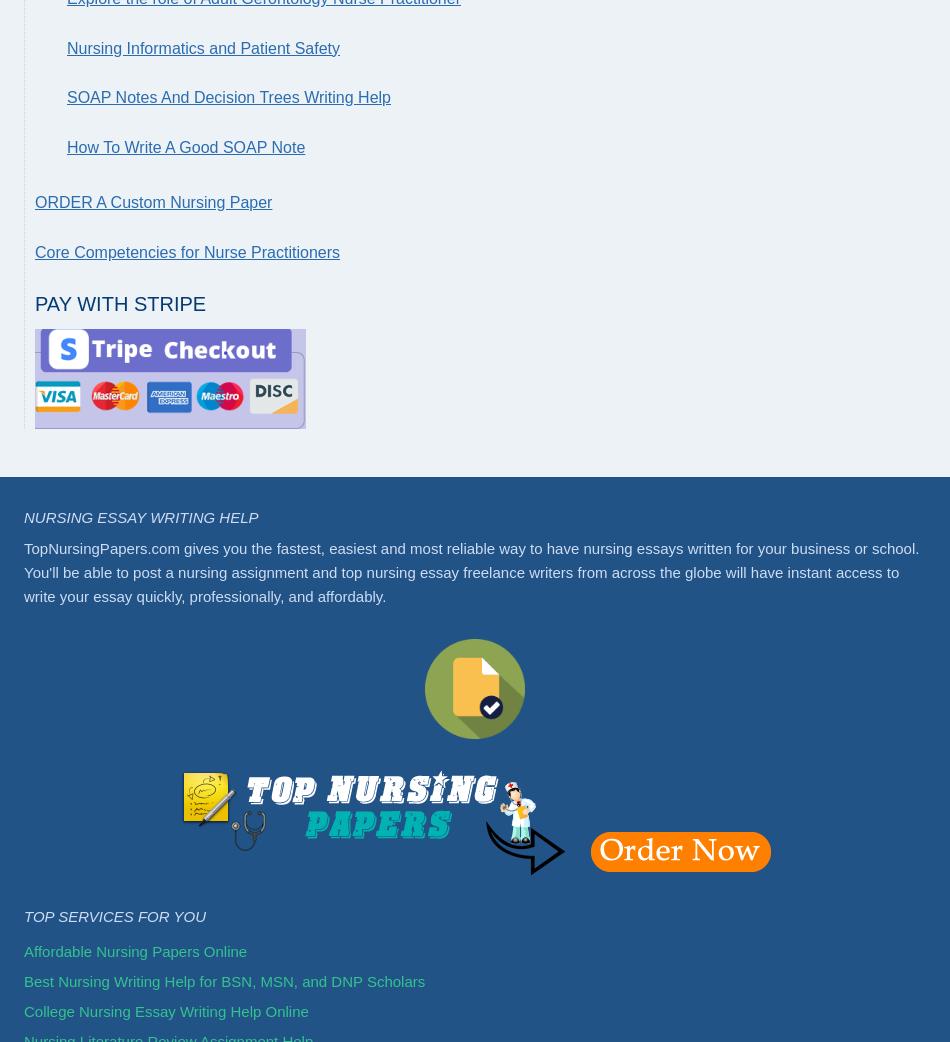  I want to click on 'TopNursingPapers.com gives you the fastest, easiest and most reliable way to have nursing essays written for your business or school. You'll be able to post a nursing assignment and top nursing essay freelance writers from across the globe will have instant access to write your essay quickly, professionally, and affordably.', so click(24, 571).